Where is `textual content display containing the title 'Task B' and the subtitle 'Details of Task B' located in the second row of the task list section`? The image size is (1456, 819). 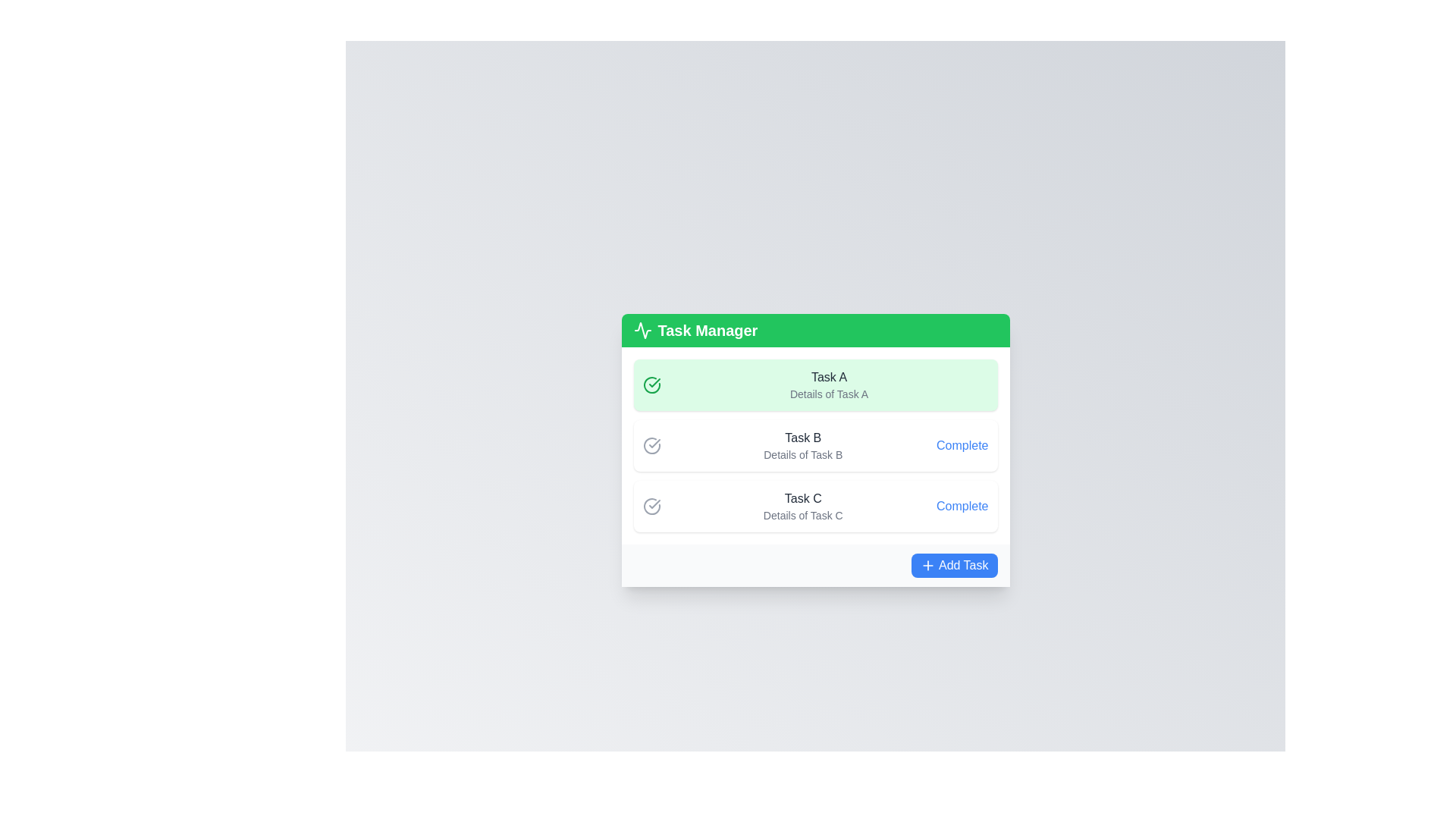 textual content display containing the title 'Task B' and the subtitle 'Details of Task B' located in the second row of the task list section is located at coordinates (802, 444).